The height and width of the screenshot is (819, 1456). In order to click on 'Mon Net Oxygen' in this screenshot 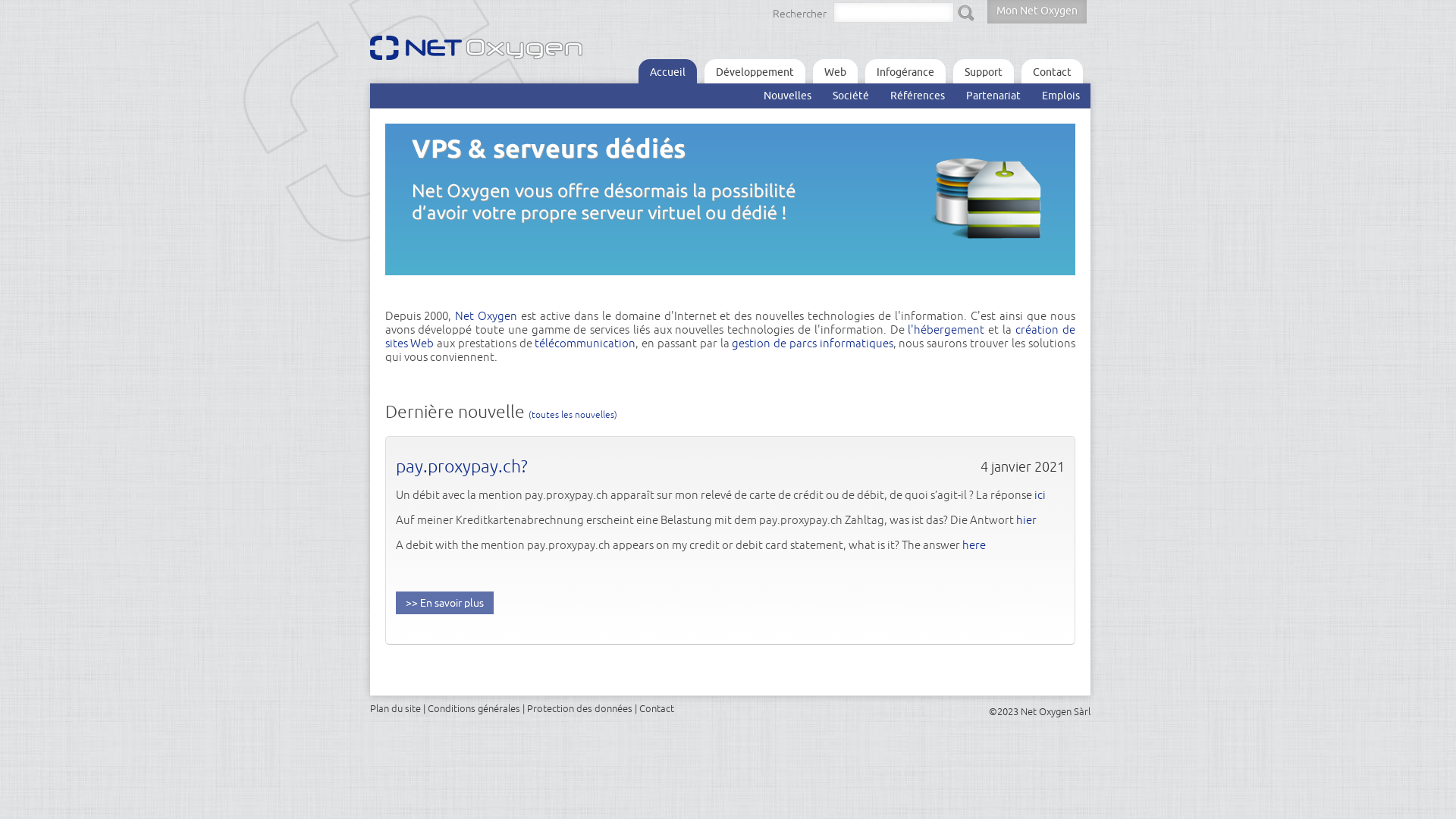, I will do `click(987, 11)`.